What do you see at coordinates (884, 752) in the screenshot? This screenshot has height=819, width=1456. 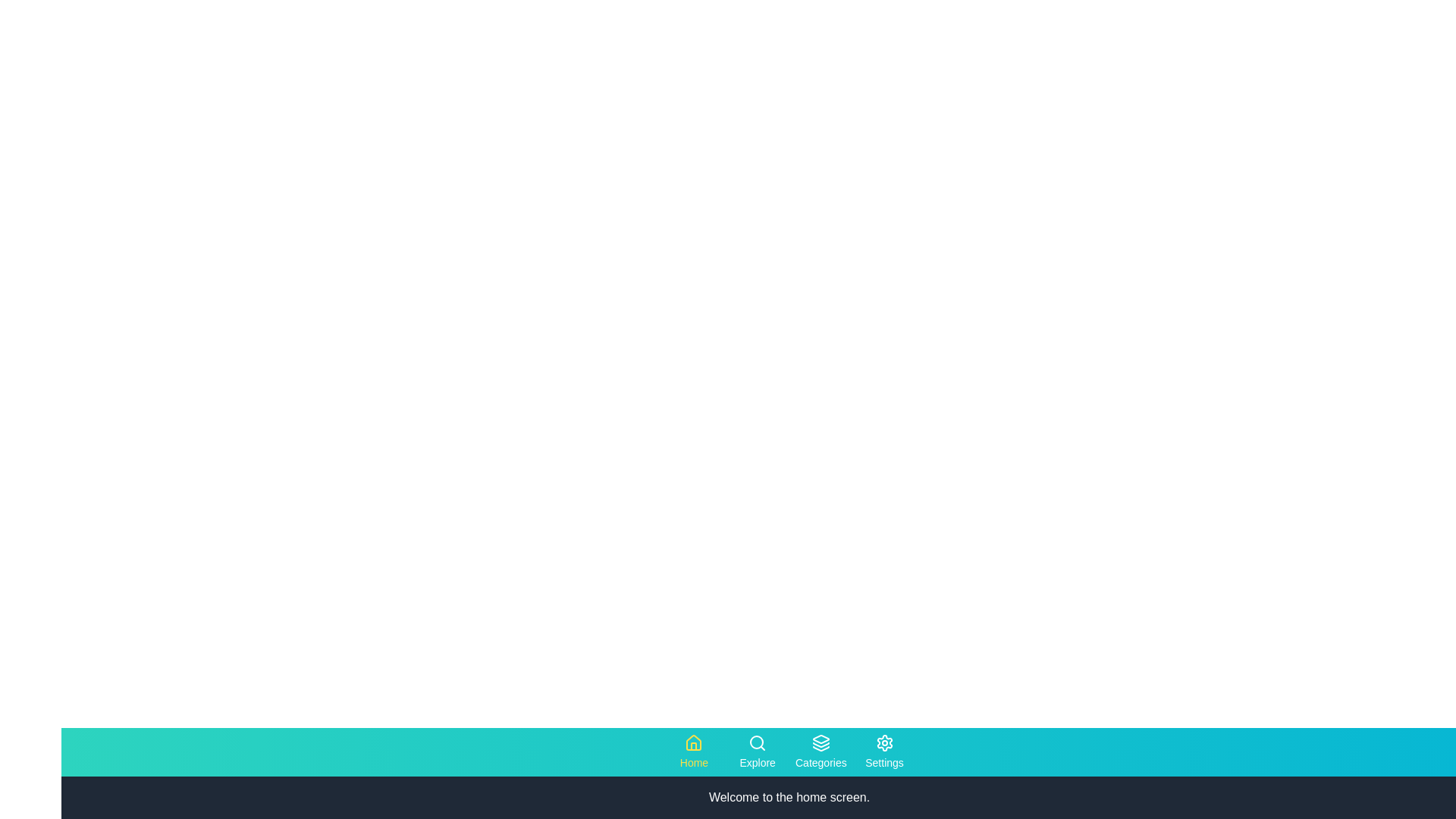 I see `the text of the tab labeled Settings` at bounding box center [884, 752].